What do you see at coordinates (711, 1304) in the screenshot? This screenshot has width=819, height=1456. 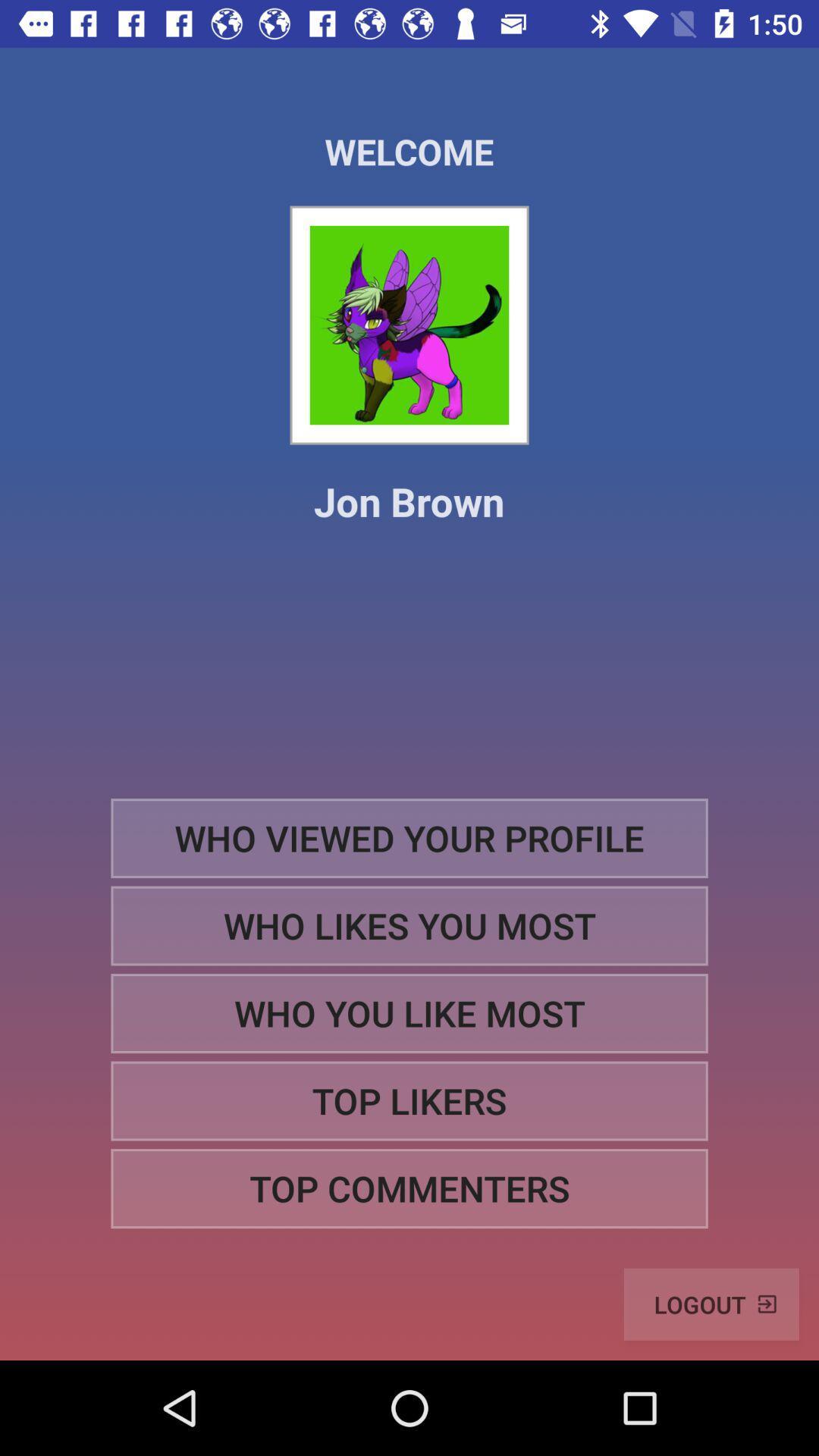 I see `logout item` at bounding box center [711, 1304].